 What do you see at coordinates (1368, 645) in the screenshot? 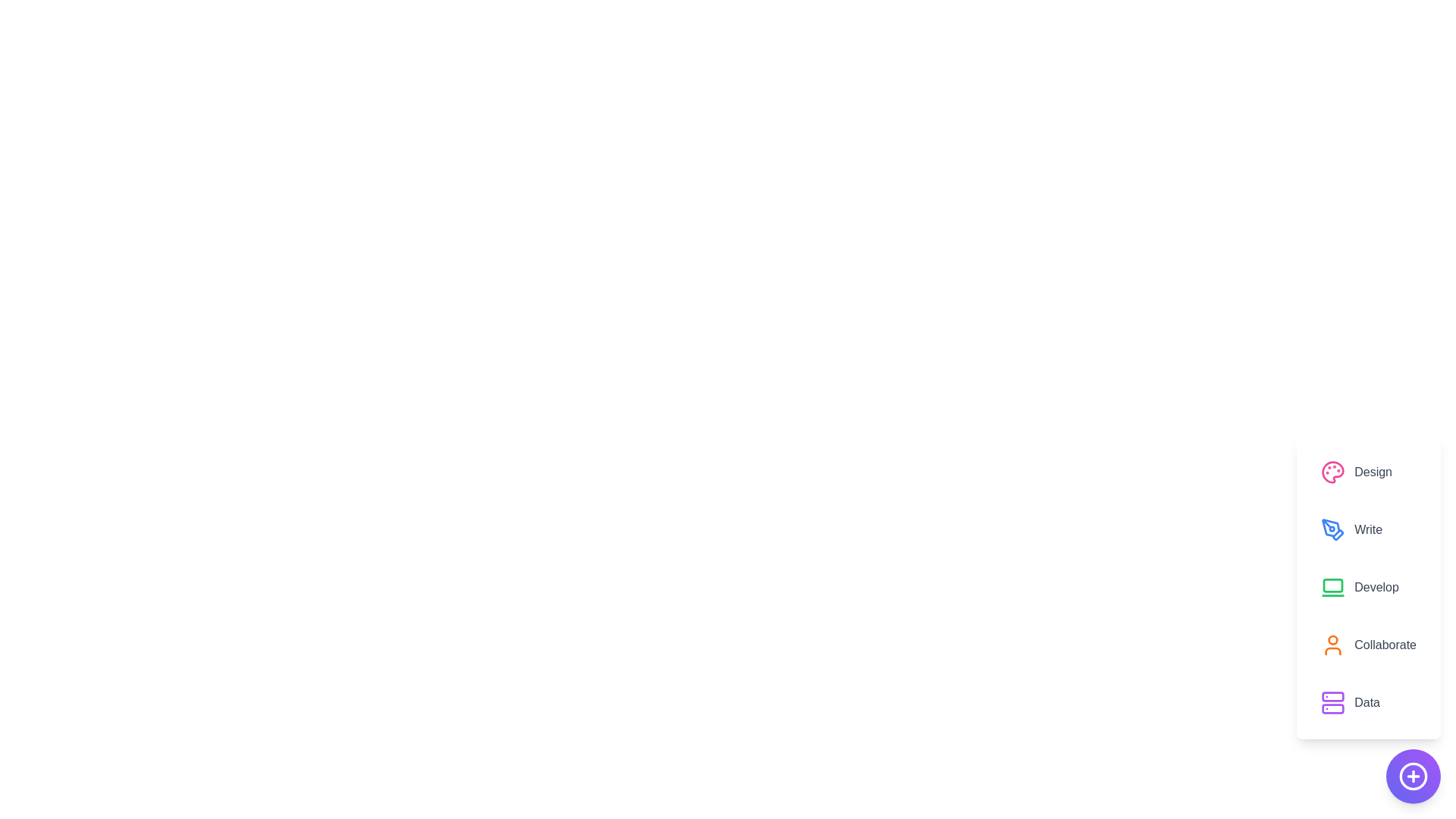
I see `the option Collaborate from the displayed options` at bounding box center [1368, 645].